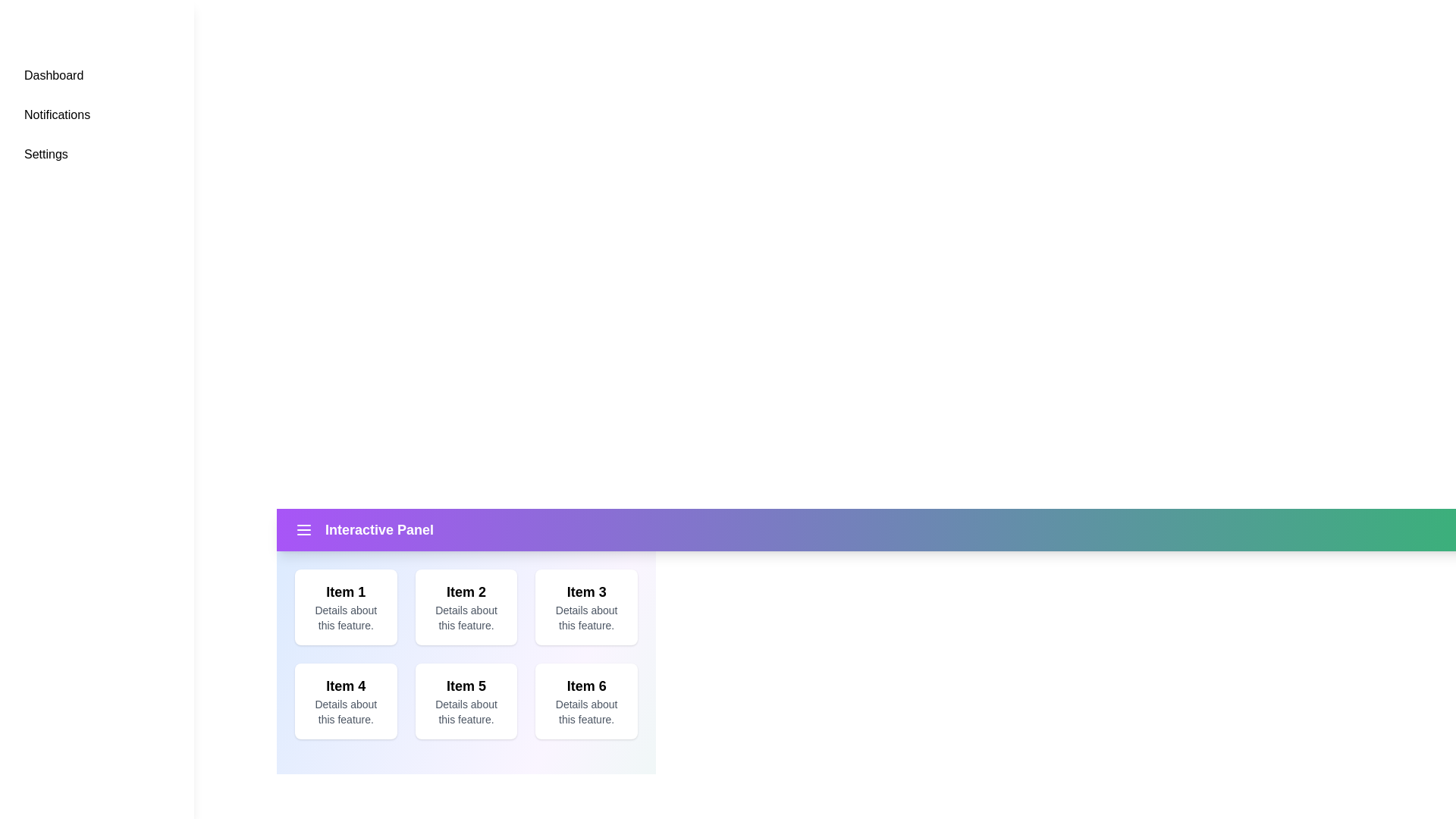  Describe the element at coordinates (345, 711) in the screenshot. I see `the descriptive text label 'Details about this feature.' styled in small gray font located below 'Item 4' in the fourth card of the grid layout under the 'Interactive Panel' heading` at that location.